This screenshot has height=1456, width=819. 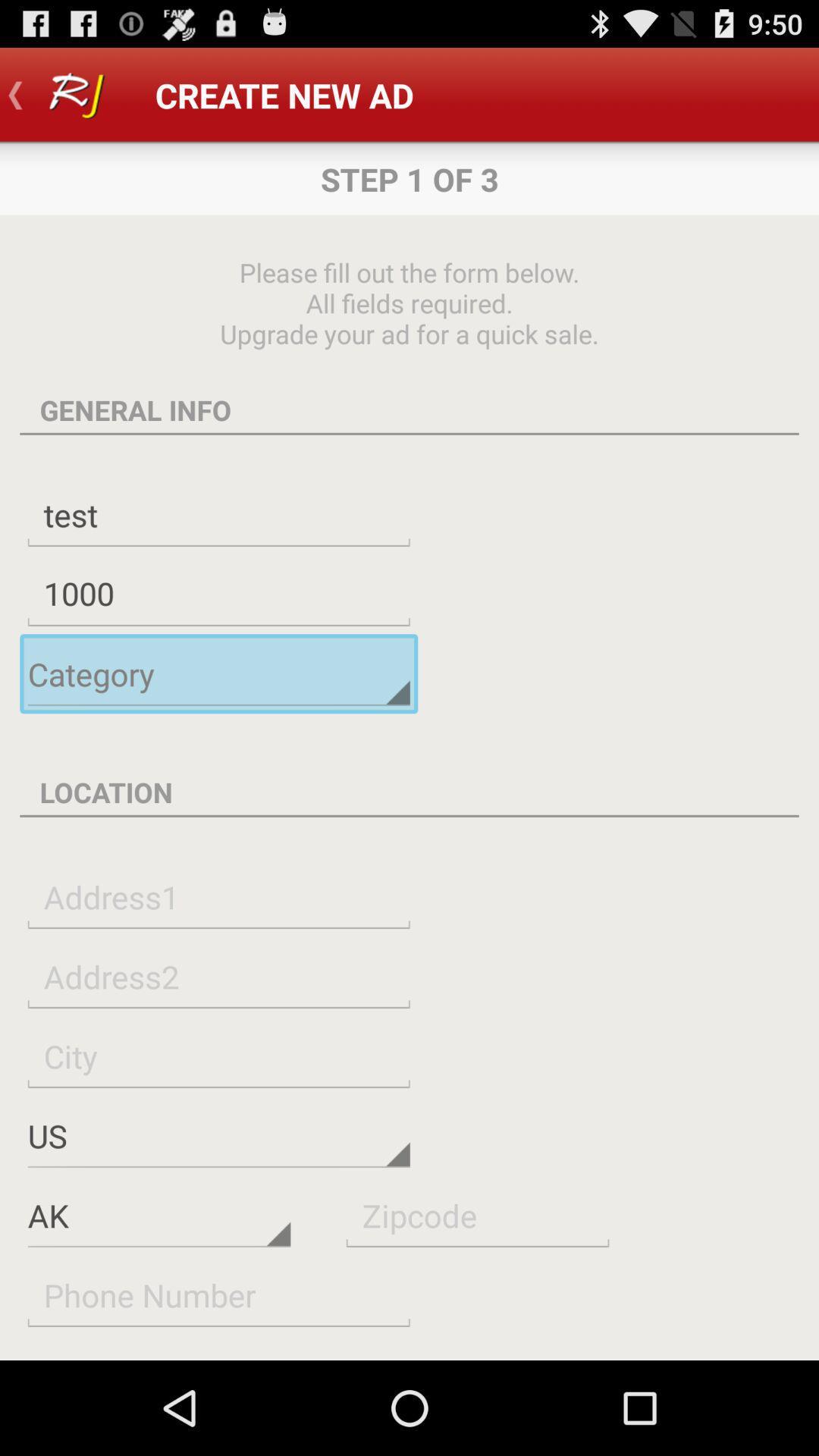 I want to click on to fill in your address, so click(x=218, y=976).